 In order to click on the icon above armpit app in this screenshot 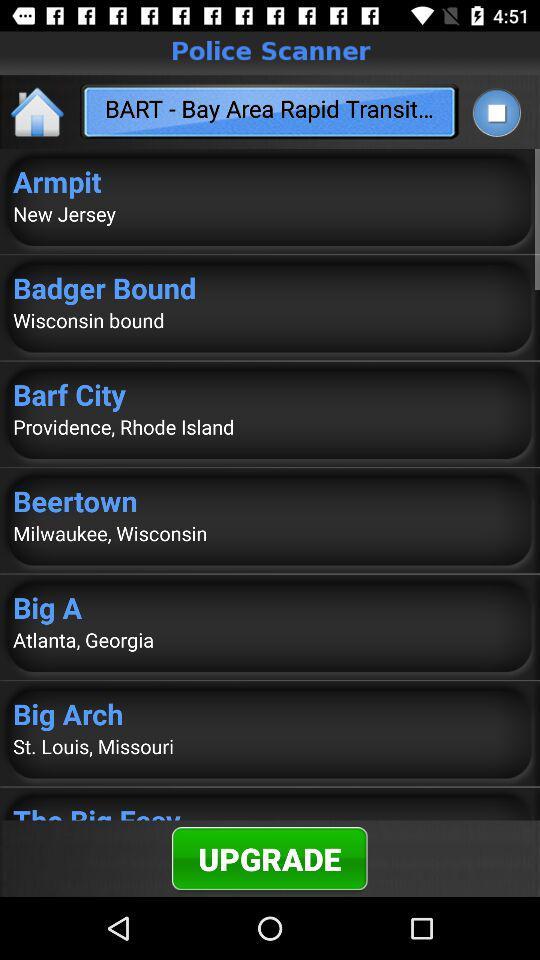, I will do `click(495, 112)`.